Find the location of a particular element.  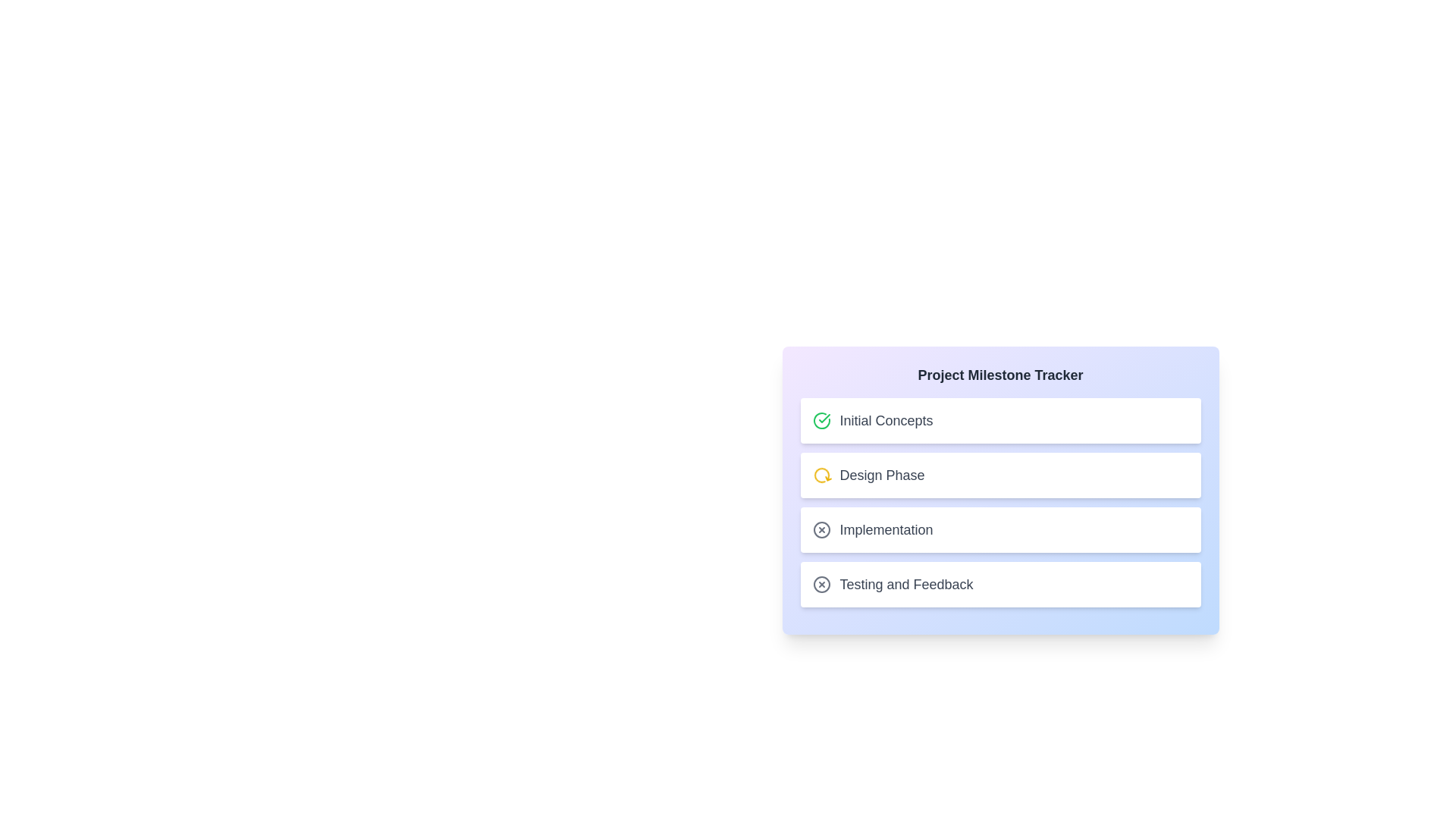

the List item representing the 'Design Phase' in the project tracker, located on the second row between 'Initial Concepts' and 'Implementation' is located at coordinates (1000, 475).